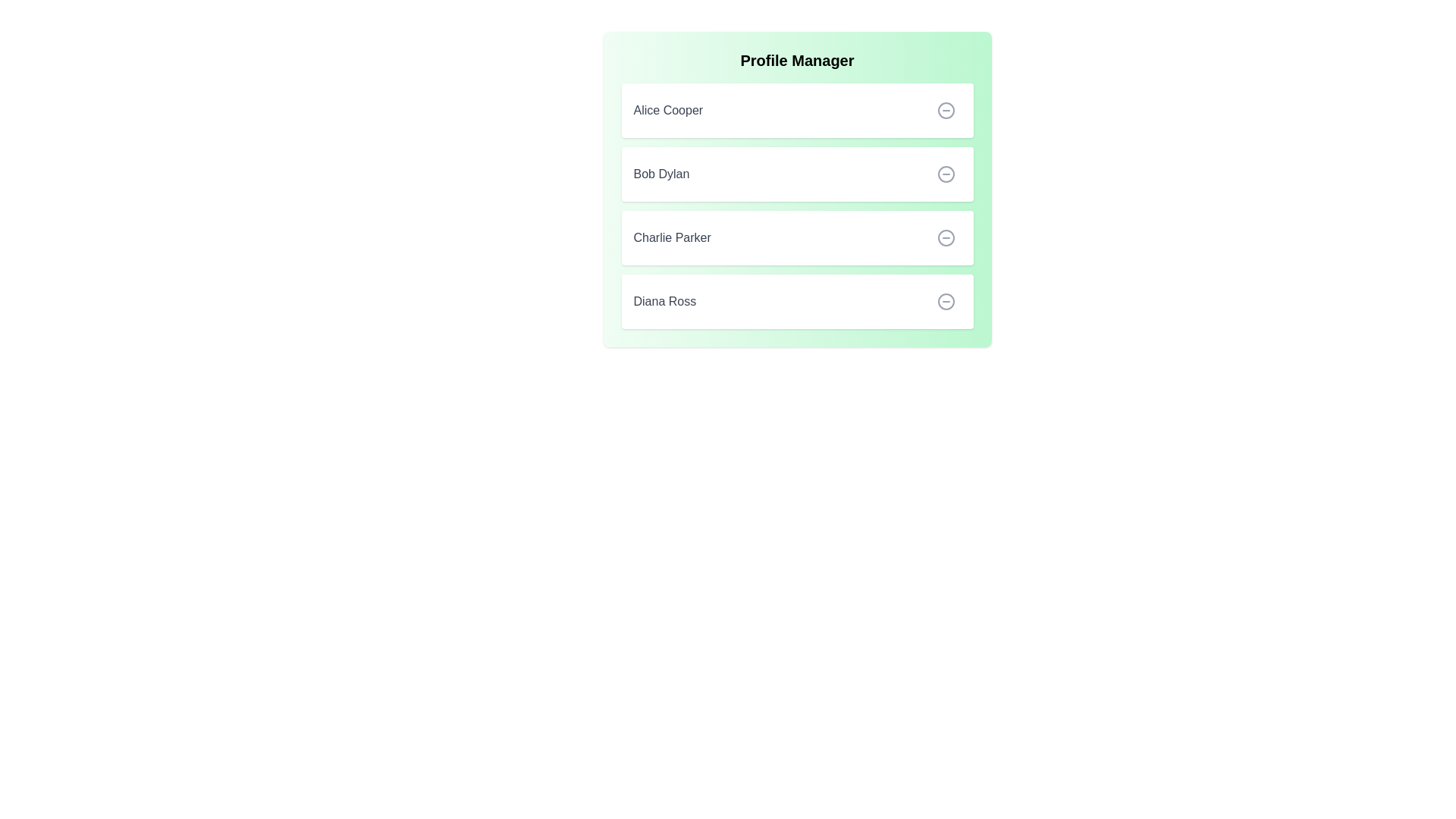  What do you see at coordinates (945, 301) in the screenshot?
I see `toggle button for Diana Ross to toggle their active state` at bounding box center [945, 301].